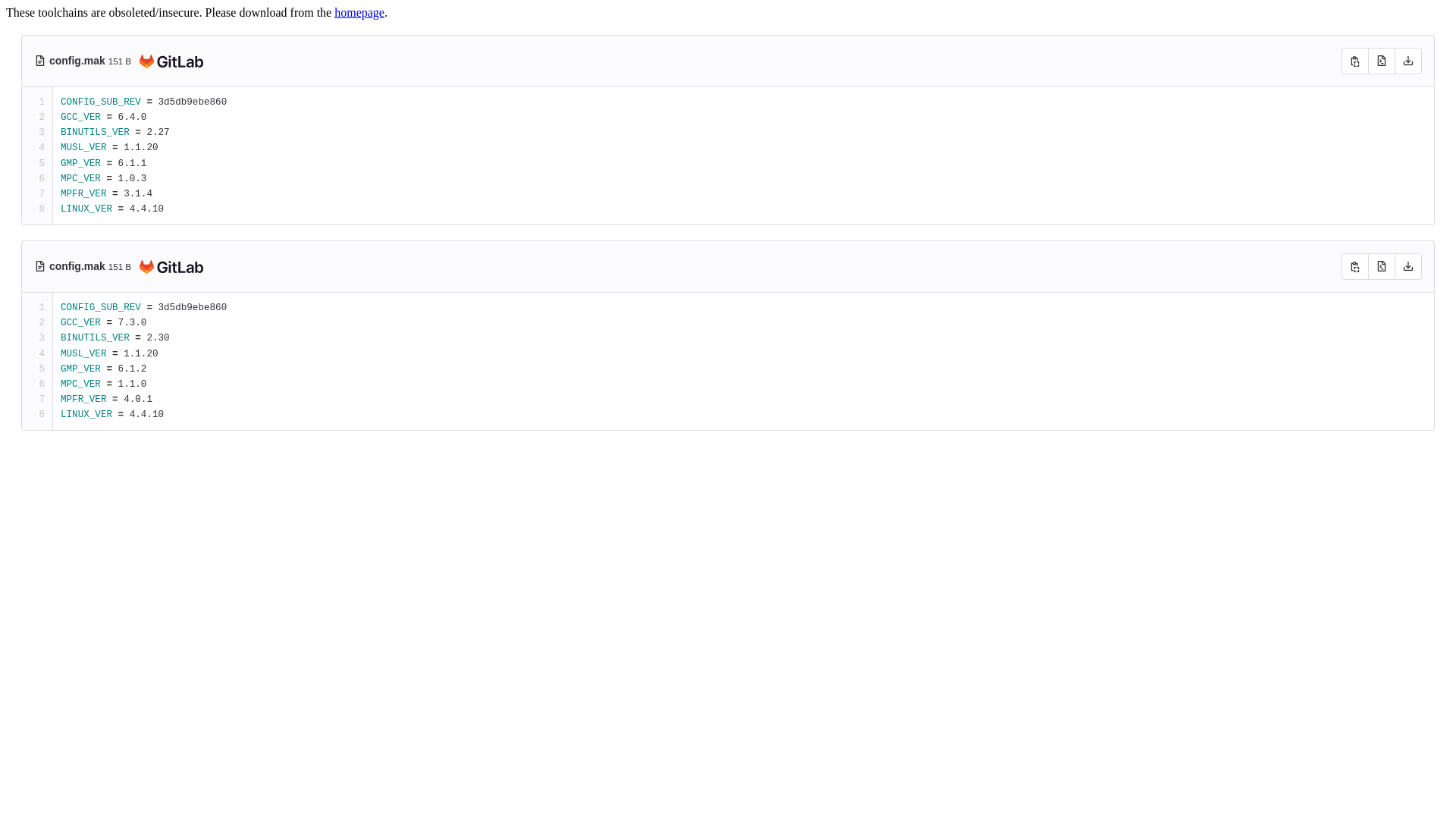  Describe the element at coordinates (1354, 60) in the screenshot. I see `'Copy snippet contents'` at that location.